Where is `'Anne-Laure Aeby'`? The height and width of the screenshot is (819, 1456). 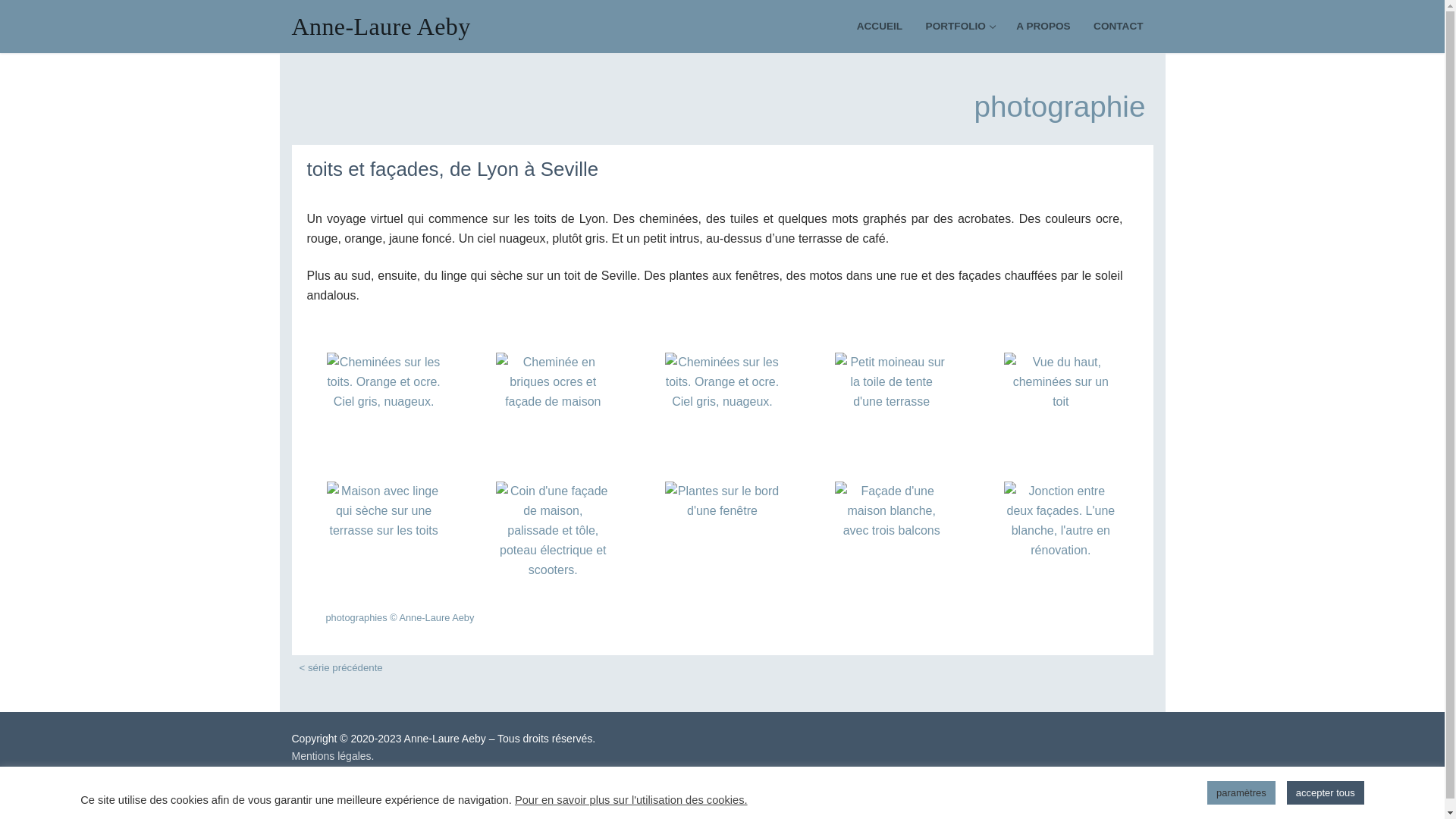 'Anne-Laure Aeby' is located at coordinates (291, 27).